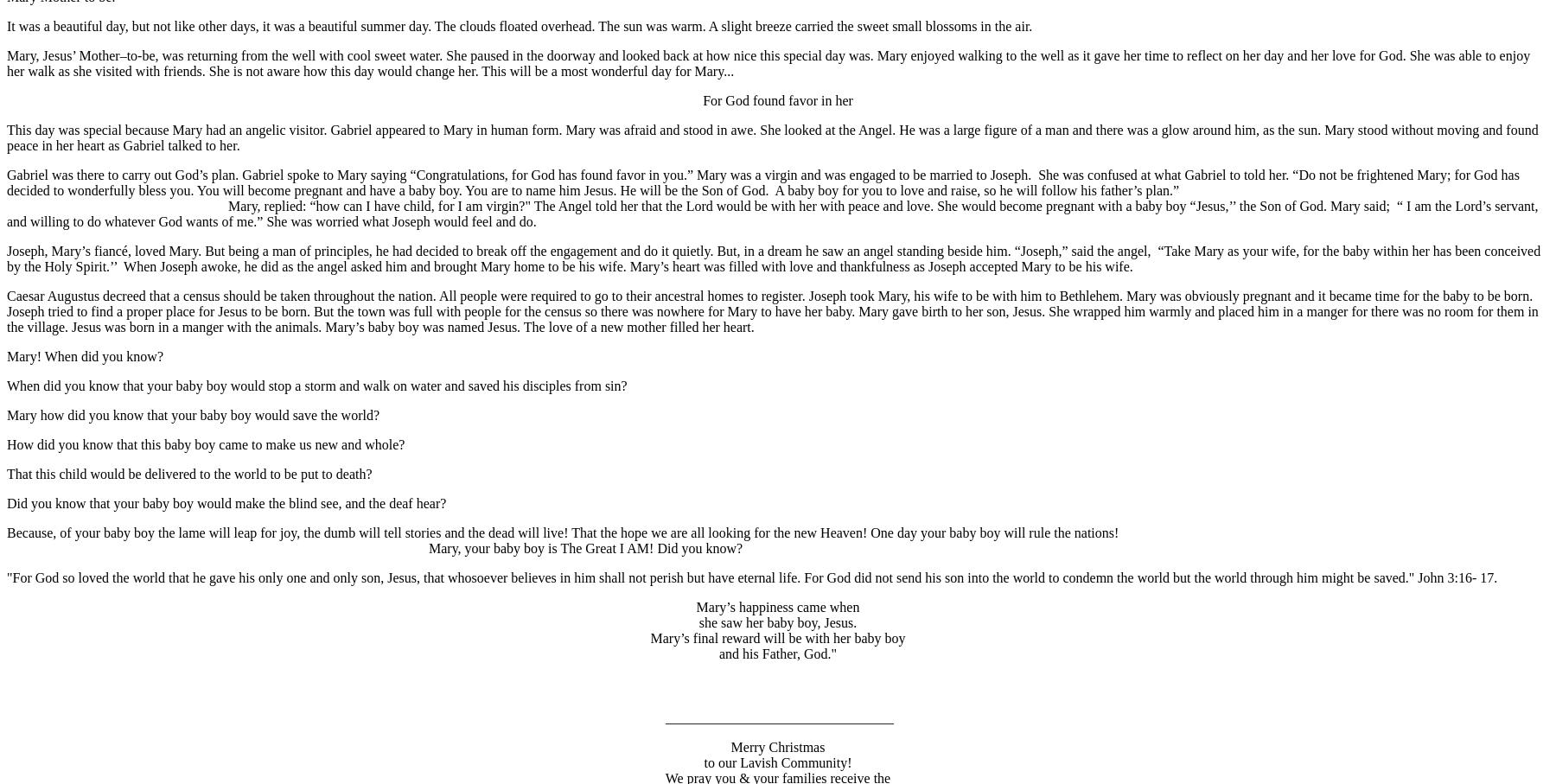  I want to click on 'Gabriel was there to carry out God’s plan. Gabriel spoke to Mary saying “Congratulations, for God has found favor in you.” Mary was a virgin and was engaged to be married to Joseph.  She was confused at what Gabriel to told her. “Do not be frightened Mary; for God has decided to wonderfully bless you. You will become pregnant and have a baby boy. You are to name him Jesus. He will be the Son of God.  A baby boy for you to love and raise, so he will follow his father’s plan.”                                                                                                                                                                           Mary, replied: “how can I have child, for I am virgin?" The Angel told her that the Lord would be with her with peace and love. She would become pregnant with a baby boy “Jesus,’’ the Son of God. Mary said;  “ I am the Lord’s servant, and willing to do whatever God wants of me.” She was worried what Joseph would feel and do.', so click(776, 197).